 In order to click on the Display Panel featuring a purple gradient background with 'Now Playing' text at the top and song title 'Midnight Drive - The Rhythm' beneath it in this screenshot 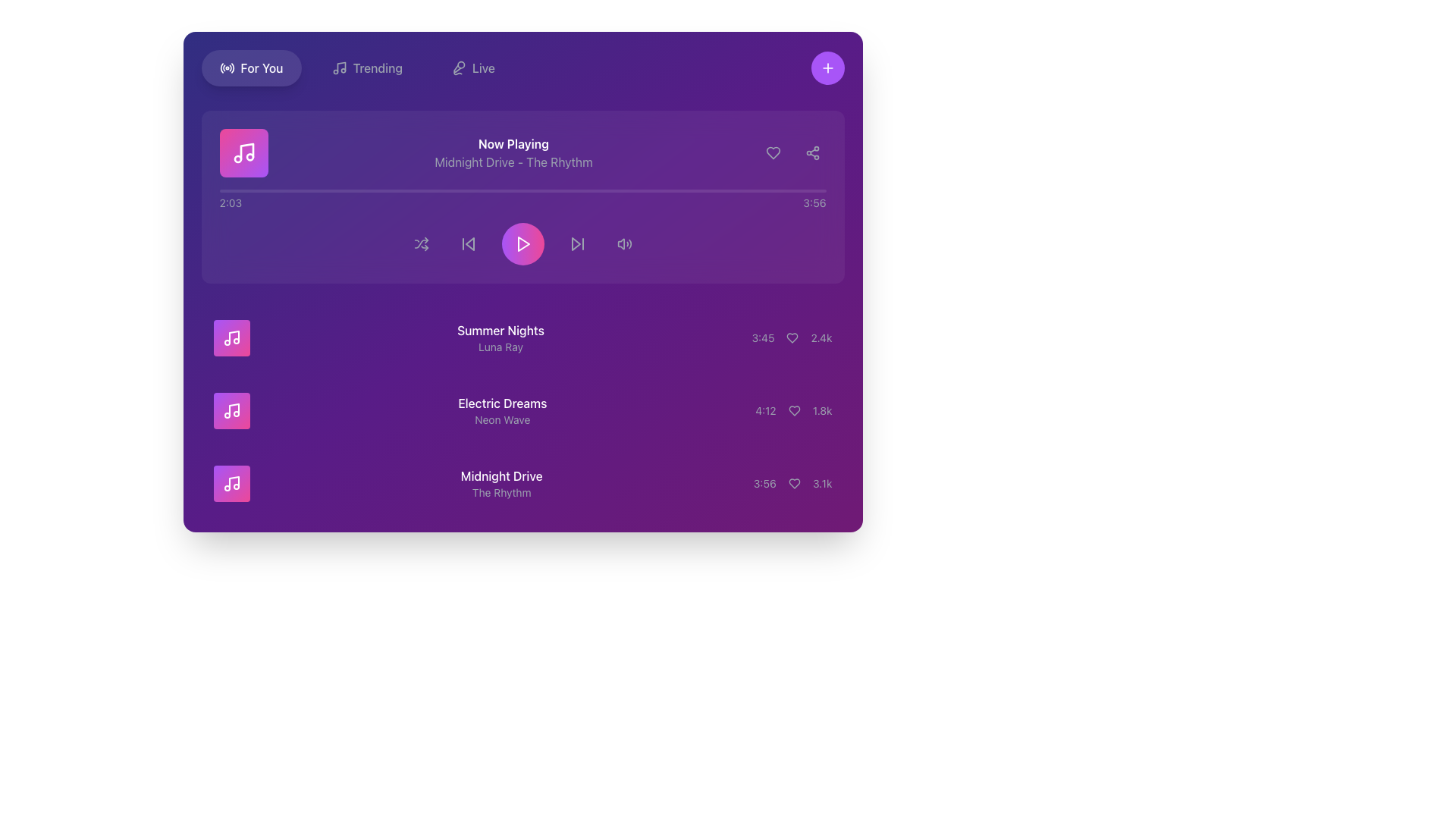, I will do `click(522, 152)`.